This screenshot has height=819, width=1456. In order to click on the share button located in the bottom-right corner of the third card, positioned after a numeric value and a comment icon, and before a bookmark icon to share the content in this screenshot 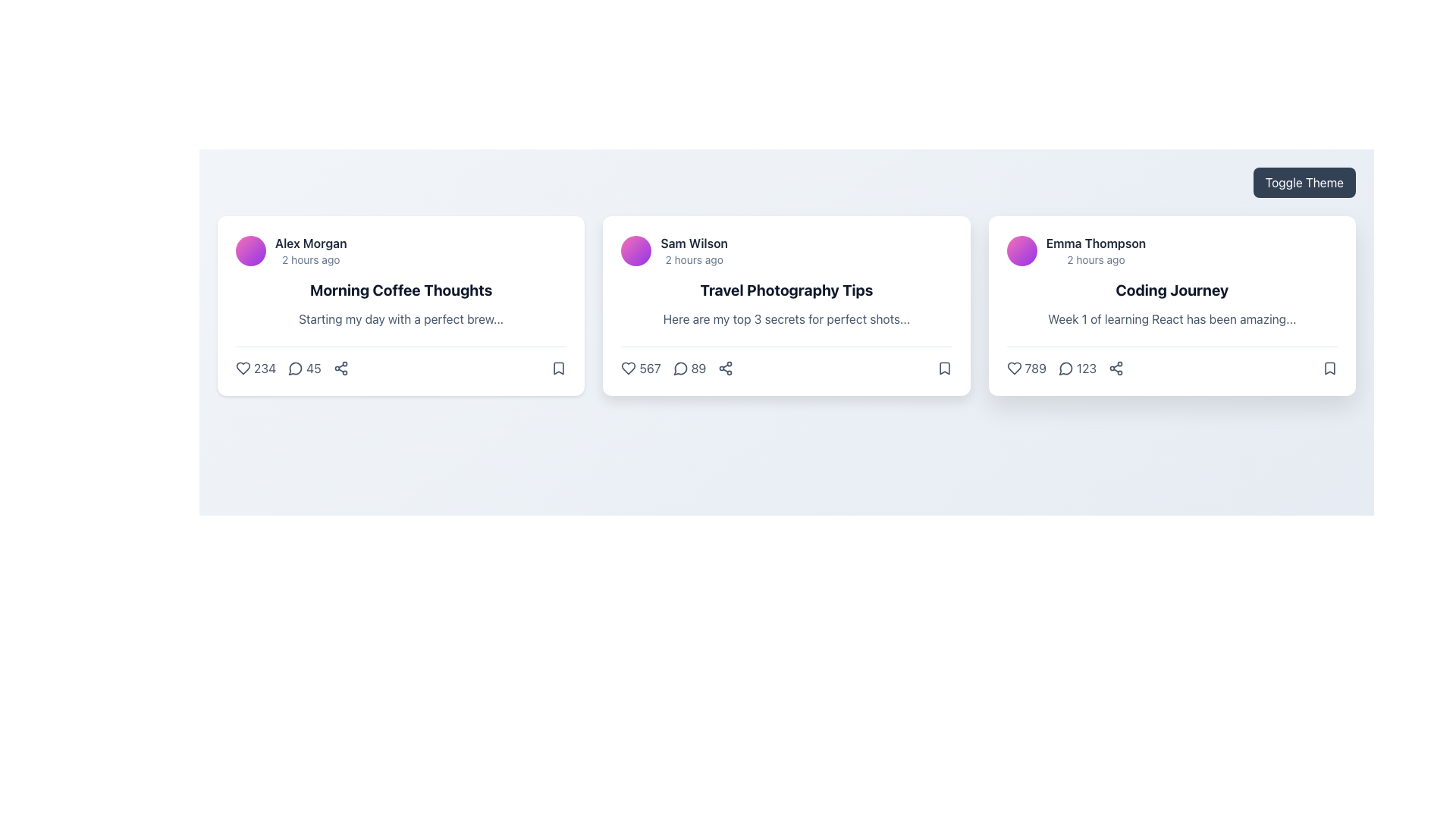, I will do `click(1116, 369)`.